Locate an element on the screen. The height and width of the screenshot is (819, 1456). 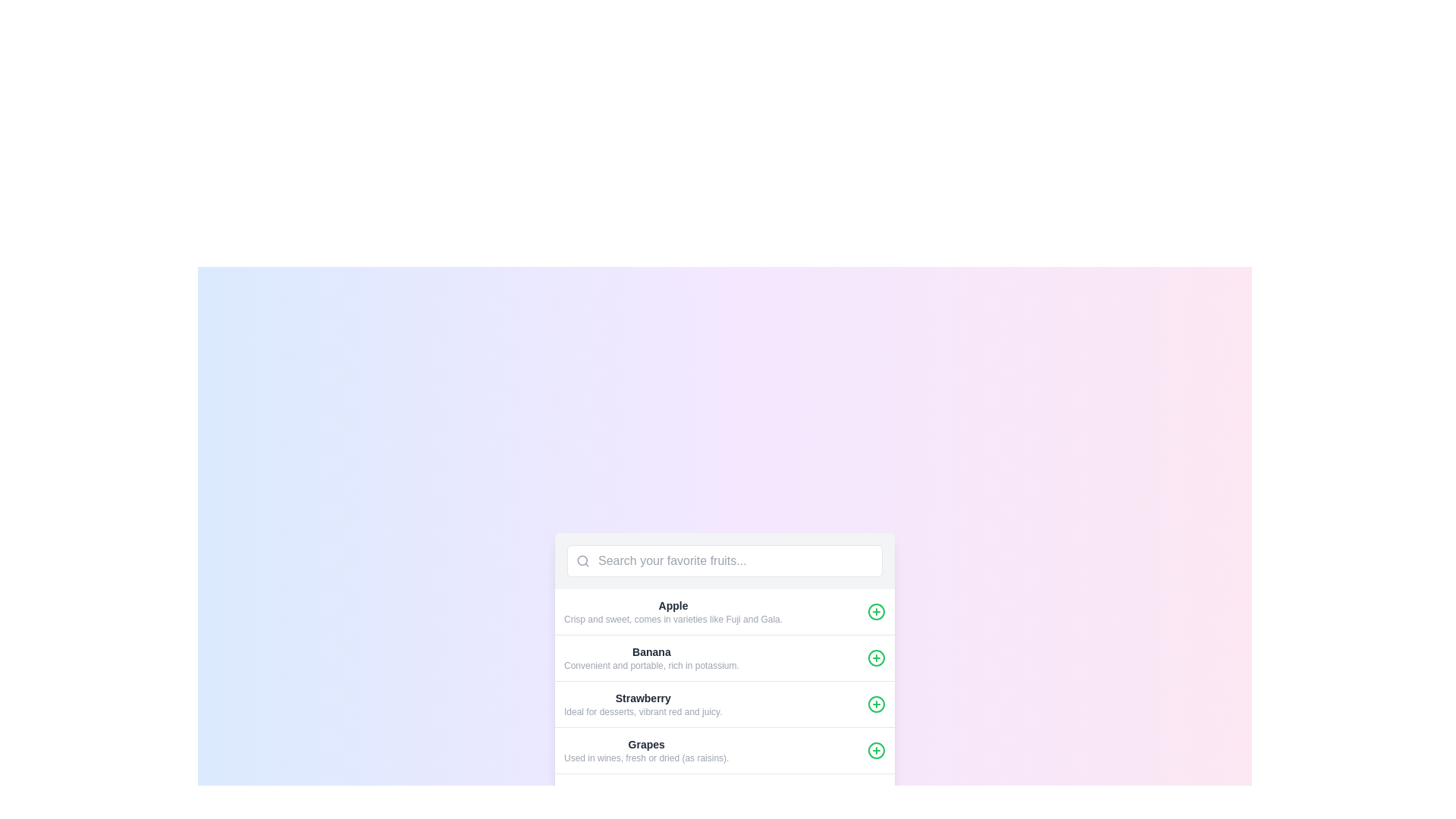
the Text block with the bold title 'Apple' and its description 'Crisp and sweet, comes in varieties like Fuji and Gala.' which is the first entry in the vertical list of items is located at coordinates (673, 610).